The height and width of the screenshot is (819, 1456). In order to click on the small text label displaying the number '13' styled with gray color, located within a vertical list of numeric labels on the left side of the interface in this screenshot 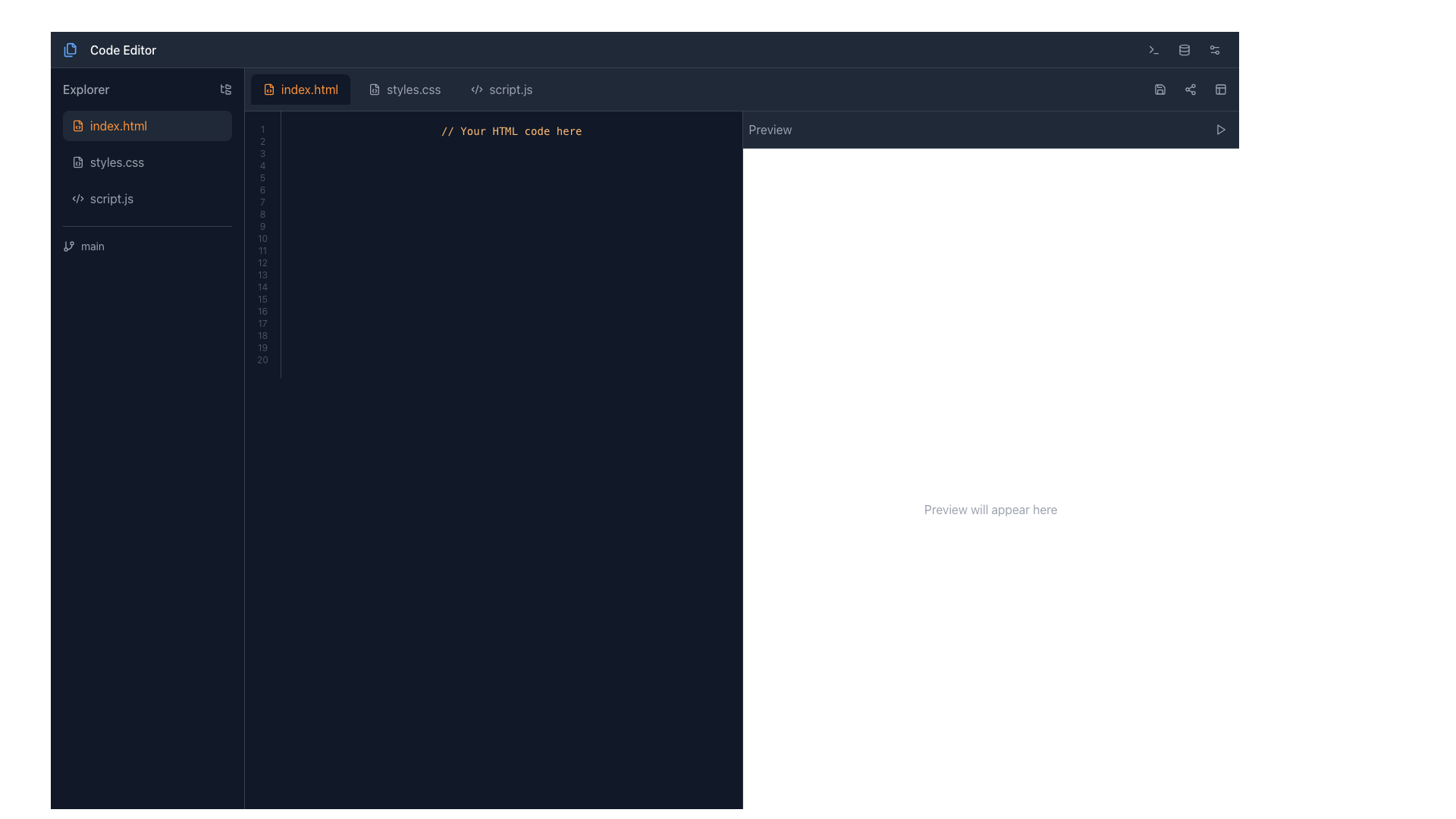, I will do `click(262, 275)`.